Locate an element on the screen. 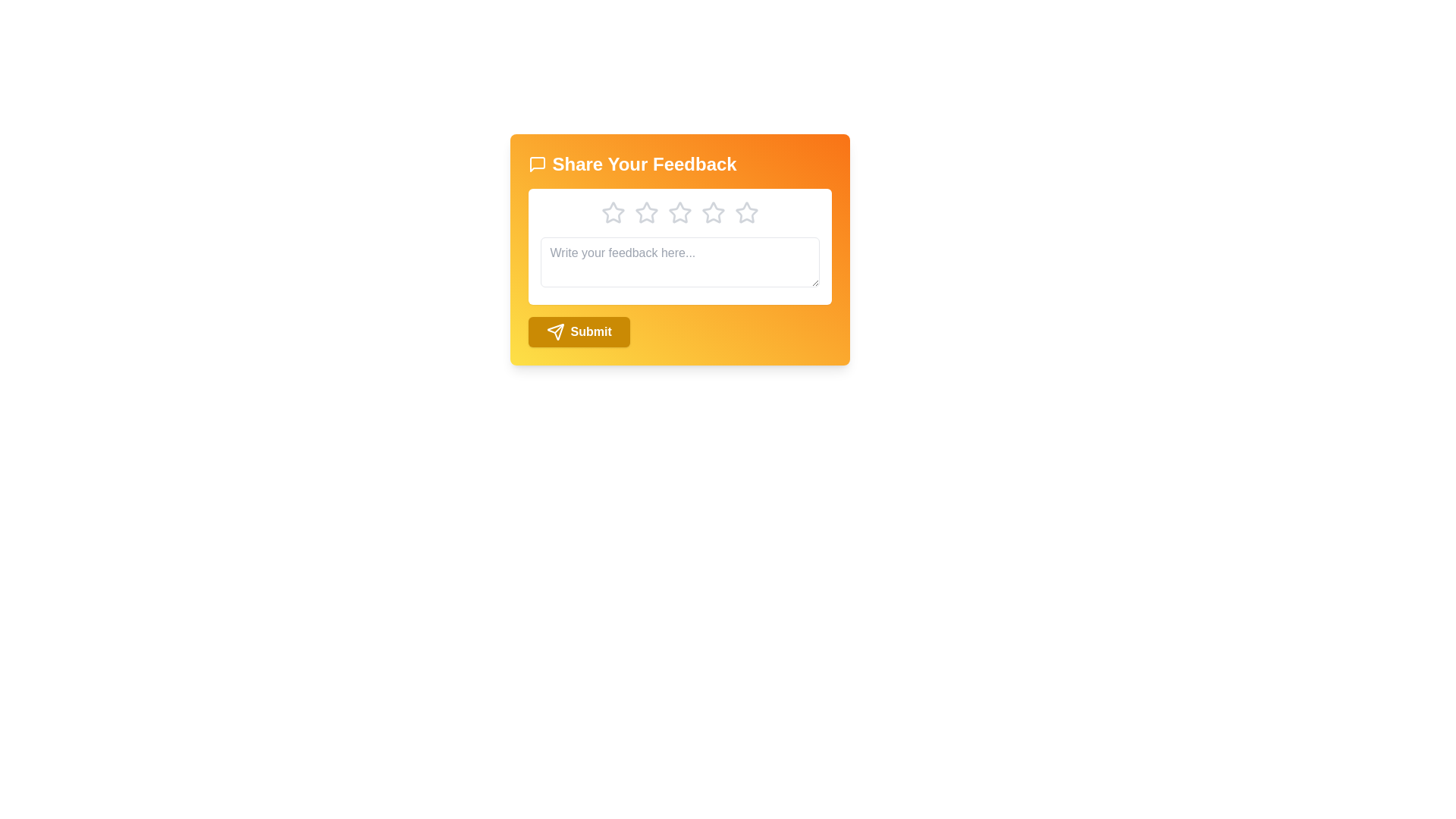  the third interactive star icon in the rating system is located at coordinates (646, 213).